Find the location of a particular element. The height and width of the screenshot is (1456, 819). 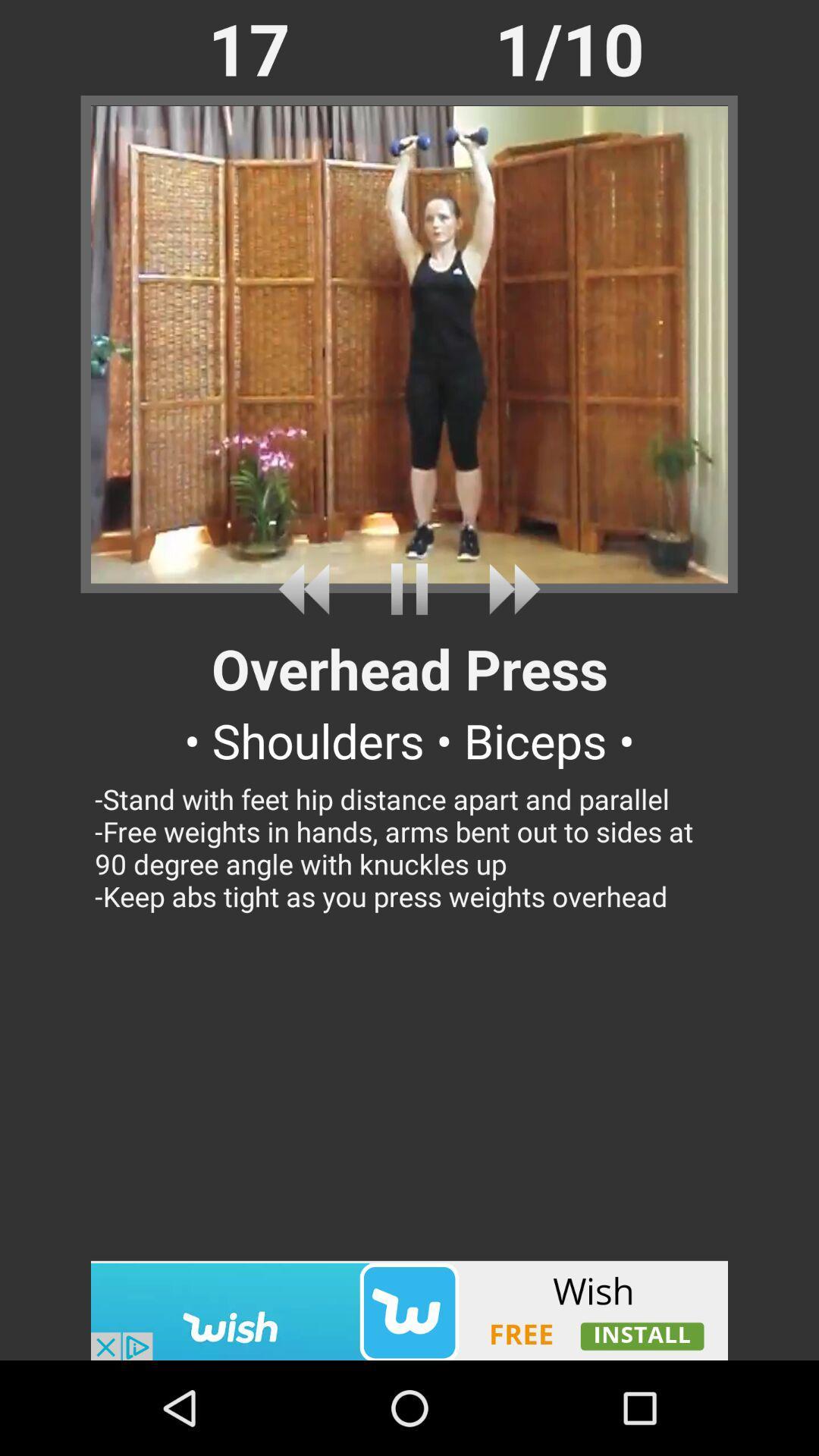

advertisement is located at coordinates (409, 1310).